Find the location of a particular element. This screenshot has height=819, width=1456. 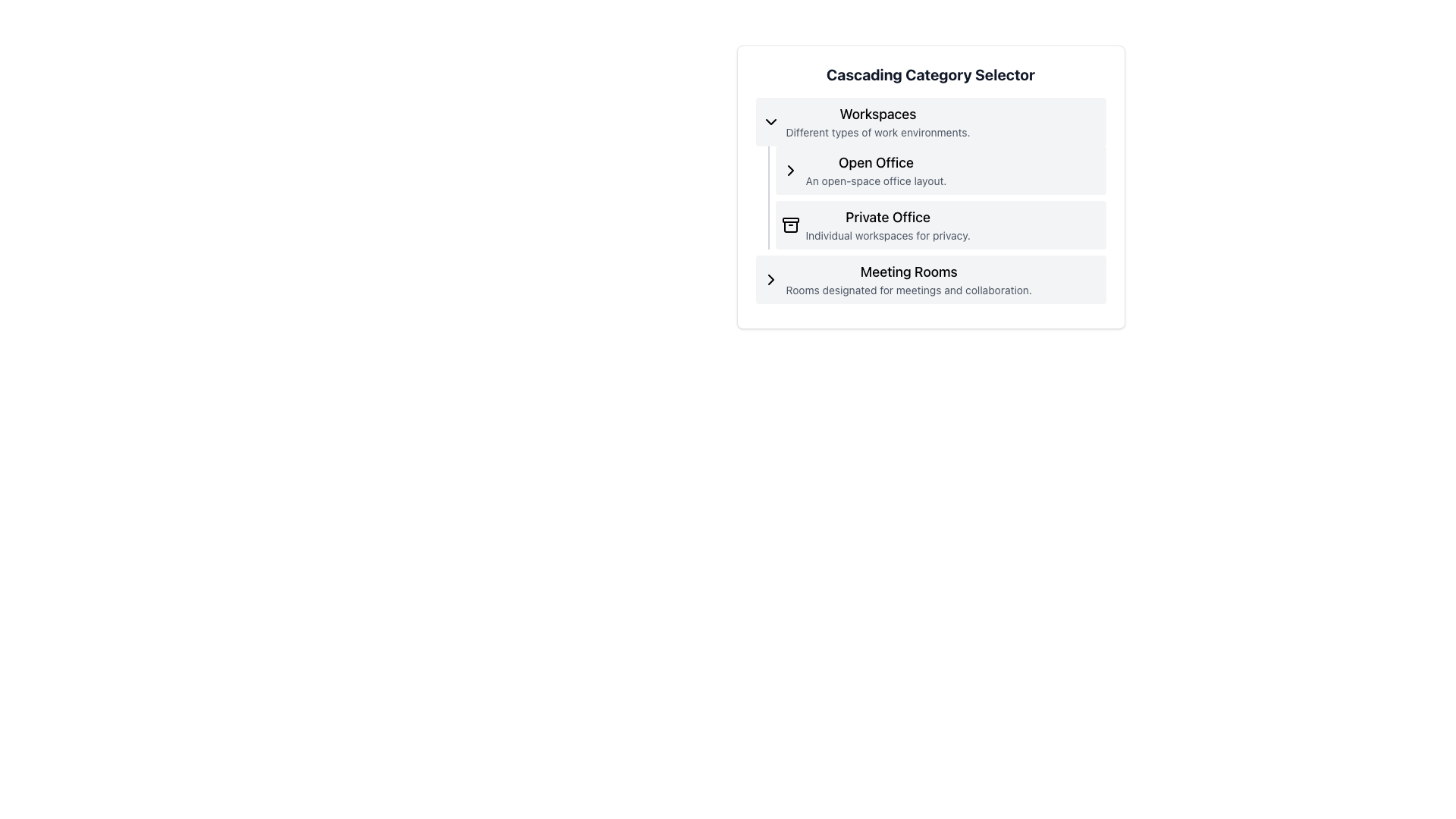

the icon representing the 'Private Office' category, which is the first icon in the section, located to the left of the title 'Private Office' is located at coordinates (789, 225).